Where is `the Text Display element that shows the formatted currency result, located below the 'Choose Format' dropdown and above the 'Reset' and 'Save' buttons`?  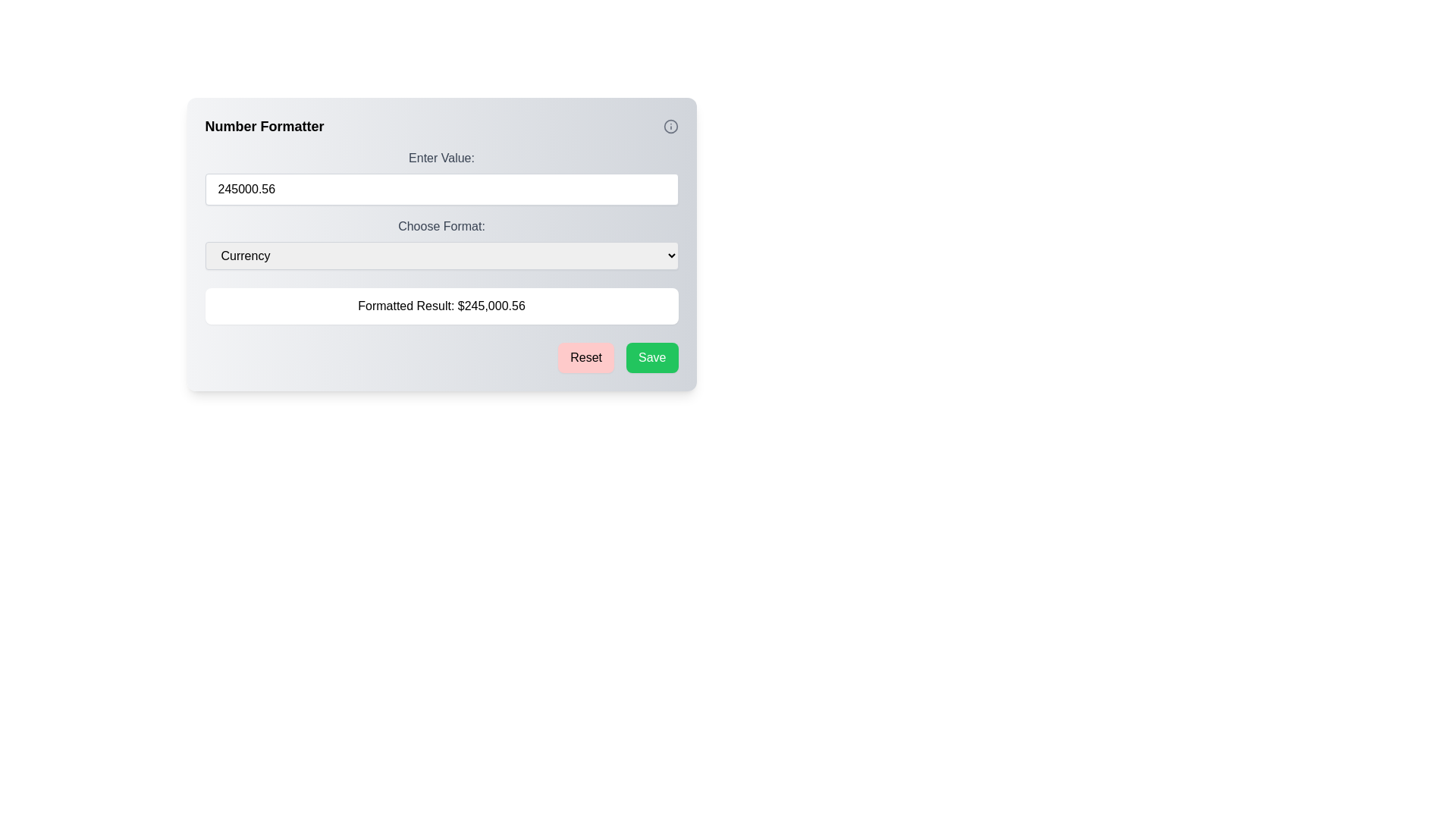 the Text Display element that shows the formatted currency result, located below the 'Choose Format' dropdown and above the 'Reset' and 'Save' buttons is located at coordinates (441, 306).